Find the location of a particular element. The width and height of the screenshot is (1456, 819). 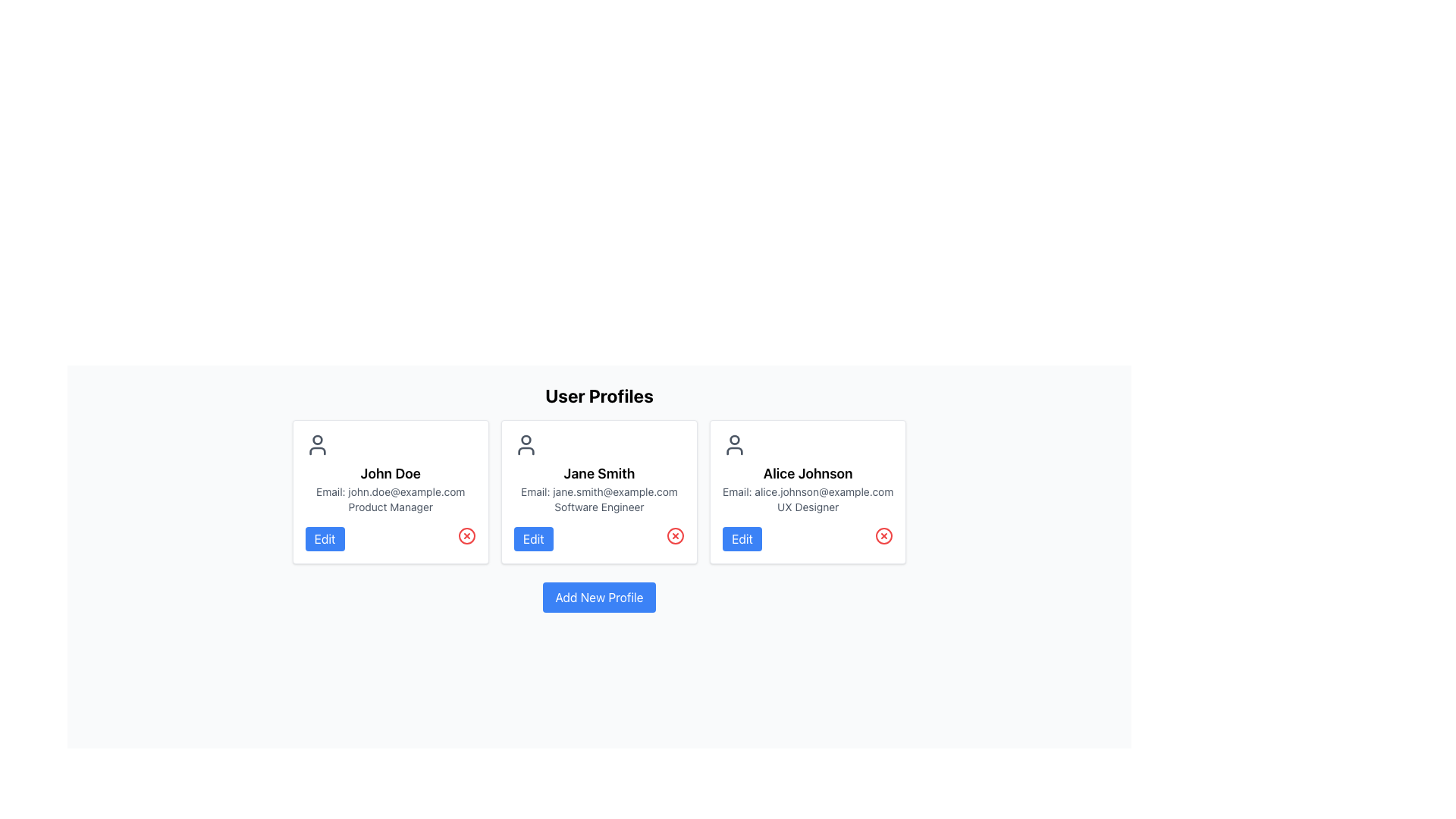

the lower part of the generic user icon in the first user profile card on the left is located at coordinates (316, 450).